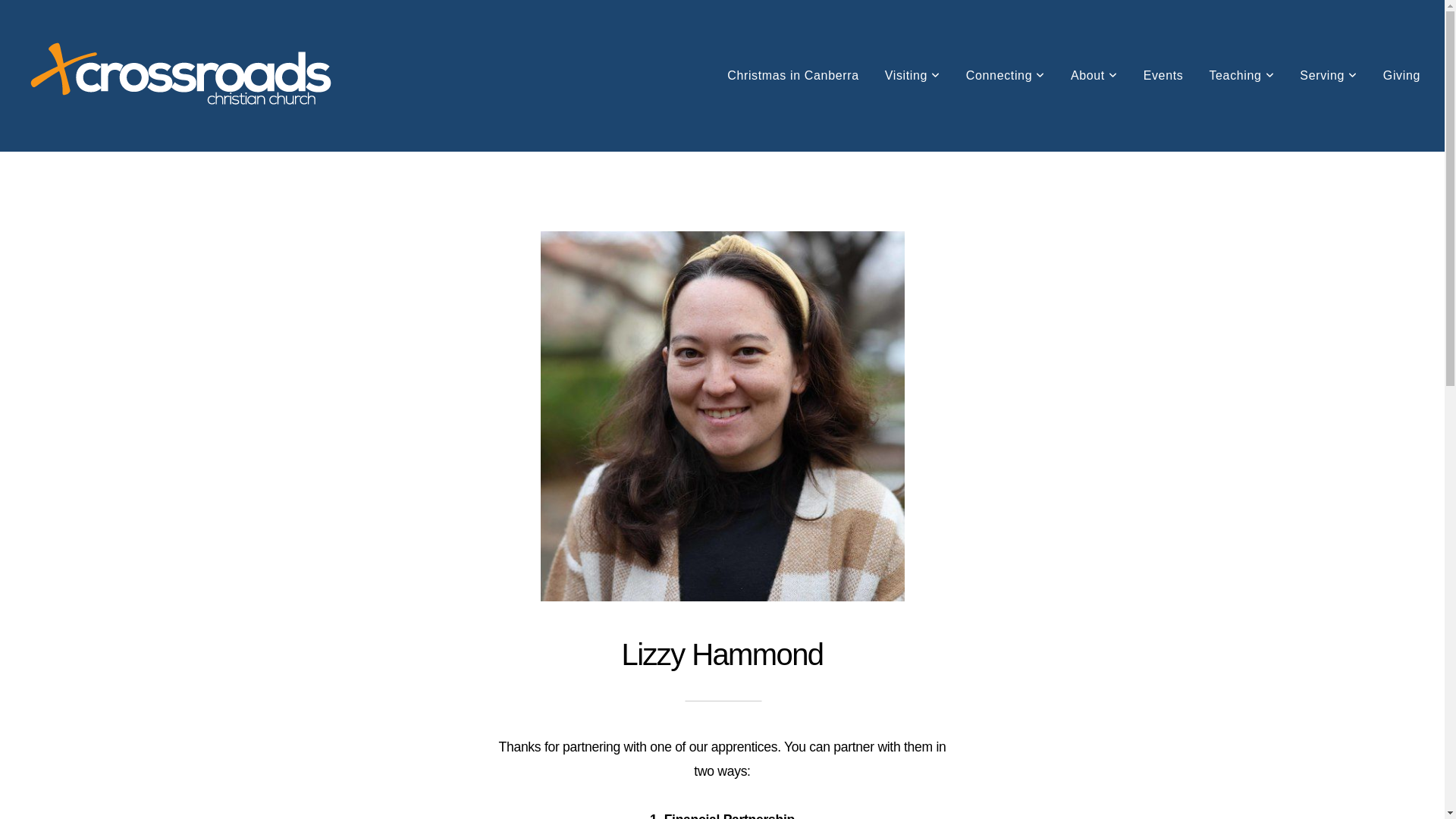 The width and height of the screenshot is (1456, 819). Describe the element at coordinates (1401, 76) in the screenshot. I see `'Giving'` at that location.